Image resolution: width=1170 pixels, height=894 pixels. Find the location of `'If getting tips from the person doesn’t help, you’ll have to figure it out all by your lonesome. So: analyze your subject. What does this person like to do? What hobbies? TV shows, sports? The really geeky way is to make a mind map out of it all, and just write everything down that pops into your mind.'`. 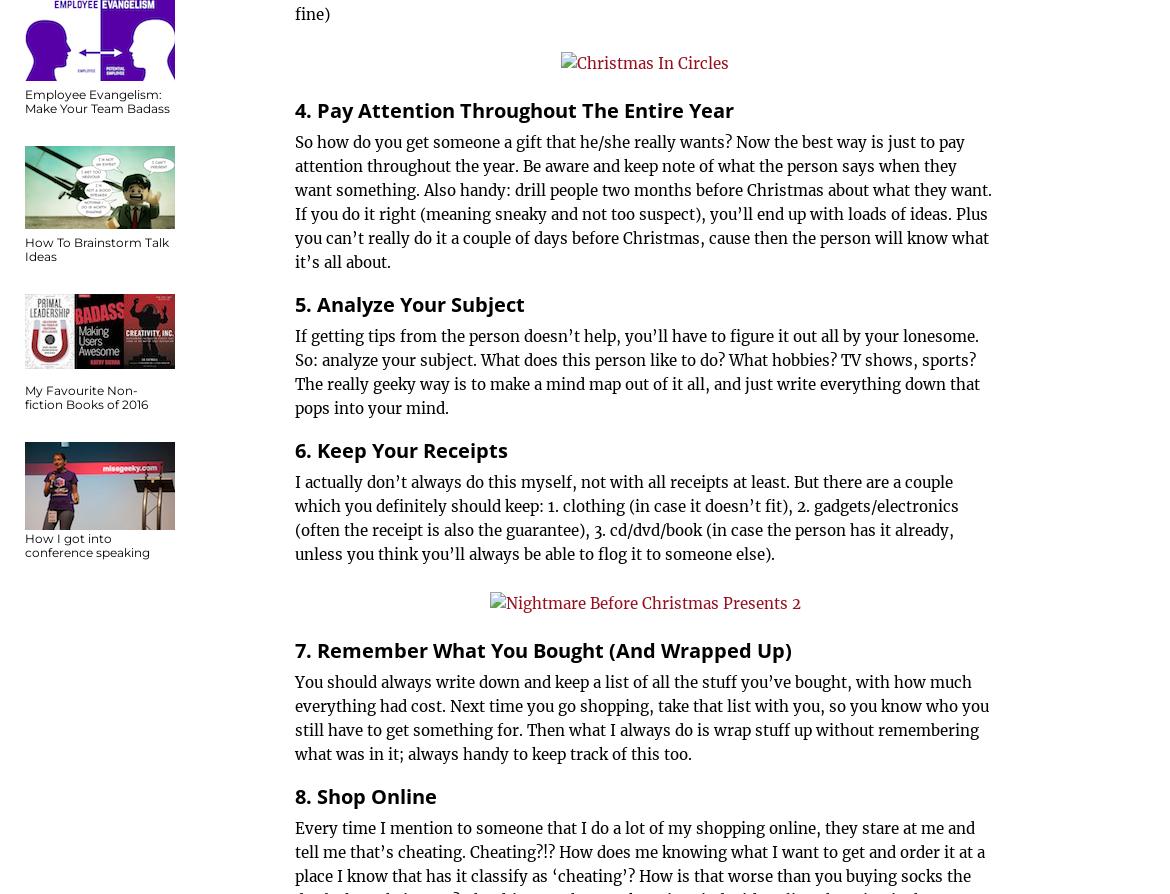

'If getting tips from the person doesn’t help, you’ll have to figure it out all by your lonesome. So: analyze your subject. What does this person like to do? What hobbies? TV shows, sports? The really geeky way is to make a mind map out of it all, and just write everything down that pops into your mind.' is located at coordinates (637, 371).